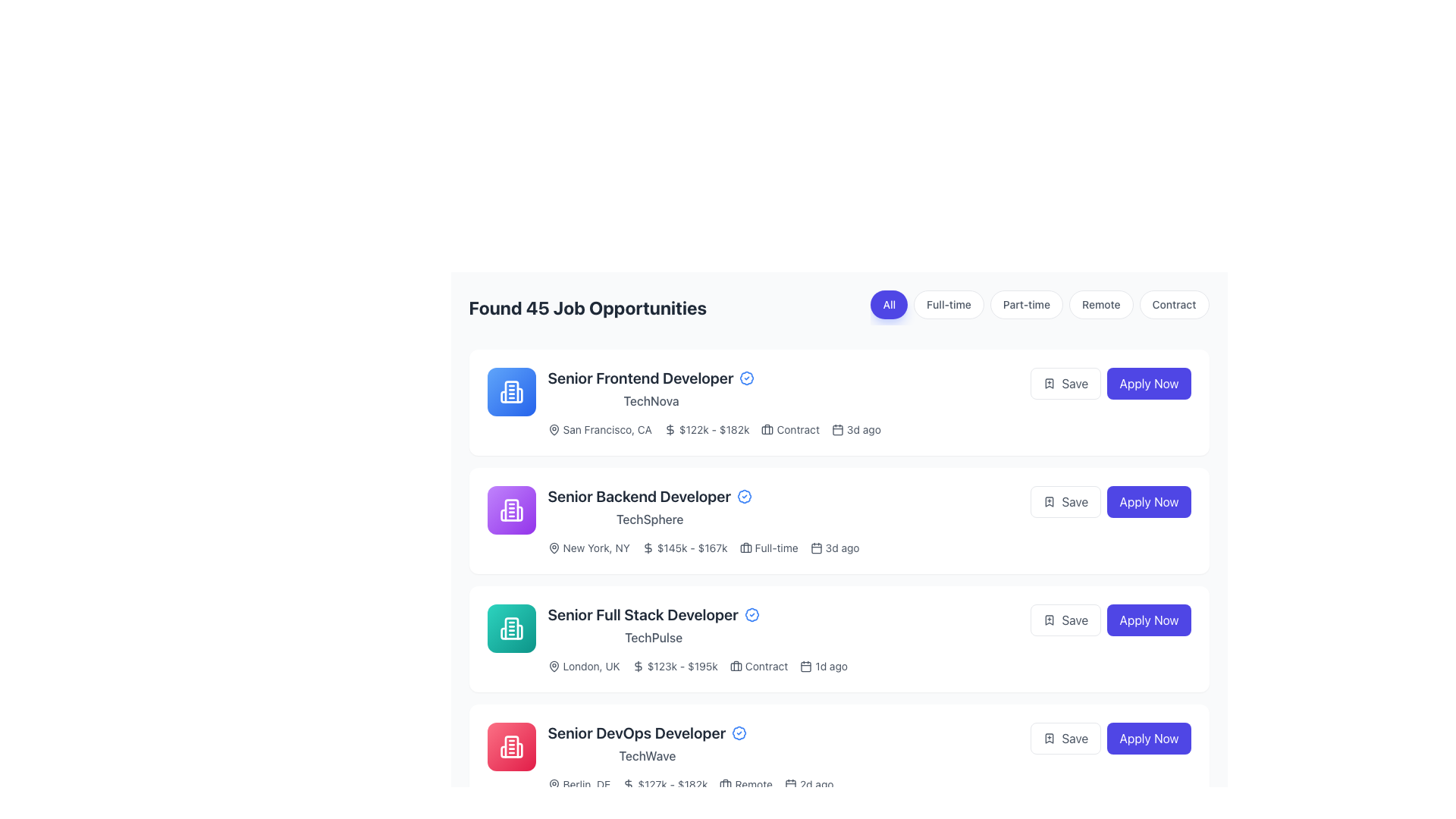  I want to click on the circular badge-like icon next to the job title 'Senior Backend Developer' in the second listed job posting, so click(744, 497).